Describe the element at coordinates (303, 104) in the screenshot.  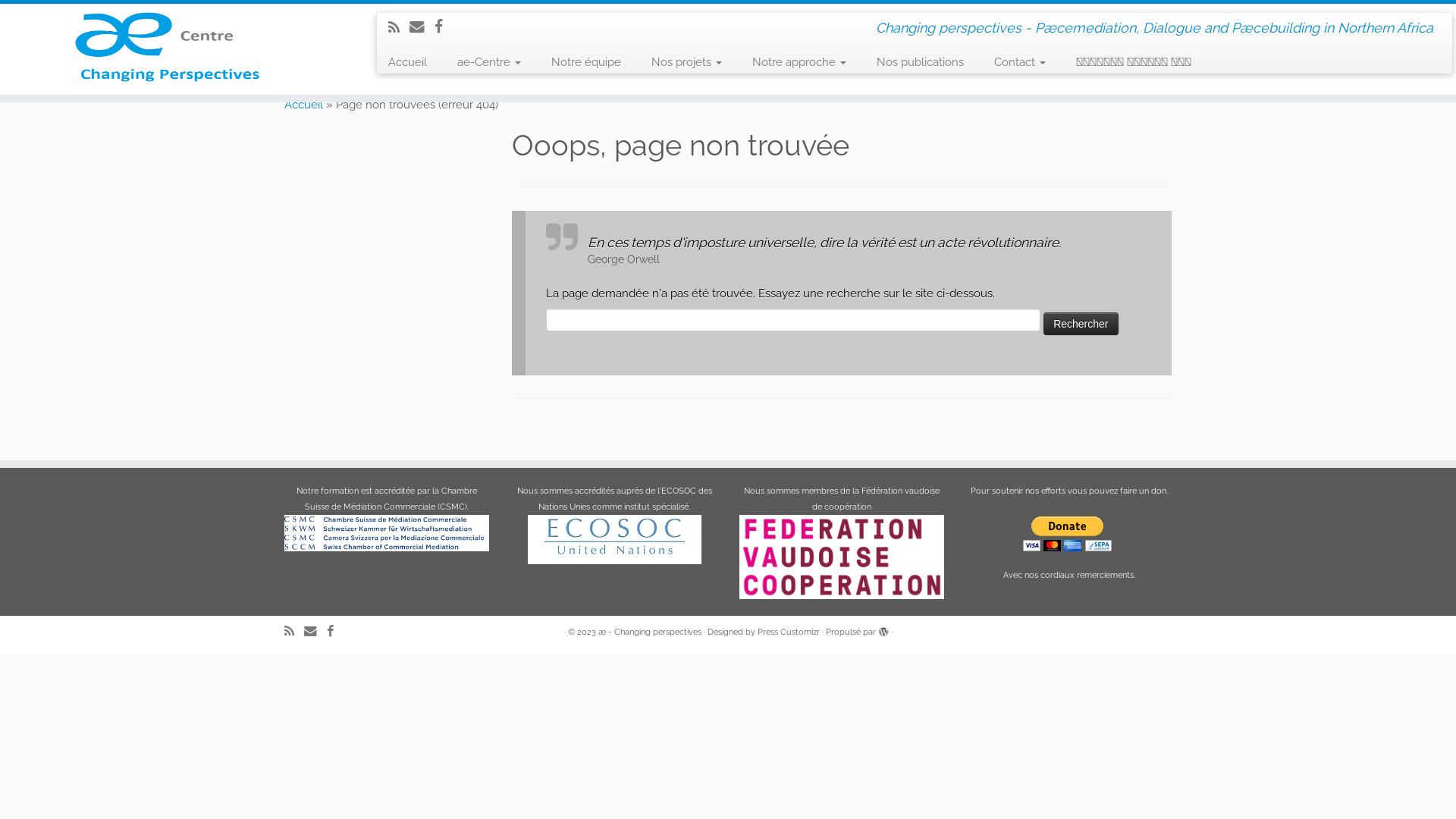
I see `'Accueil'` at that location.